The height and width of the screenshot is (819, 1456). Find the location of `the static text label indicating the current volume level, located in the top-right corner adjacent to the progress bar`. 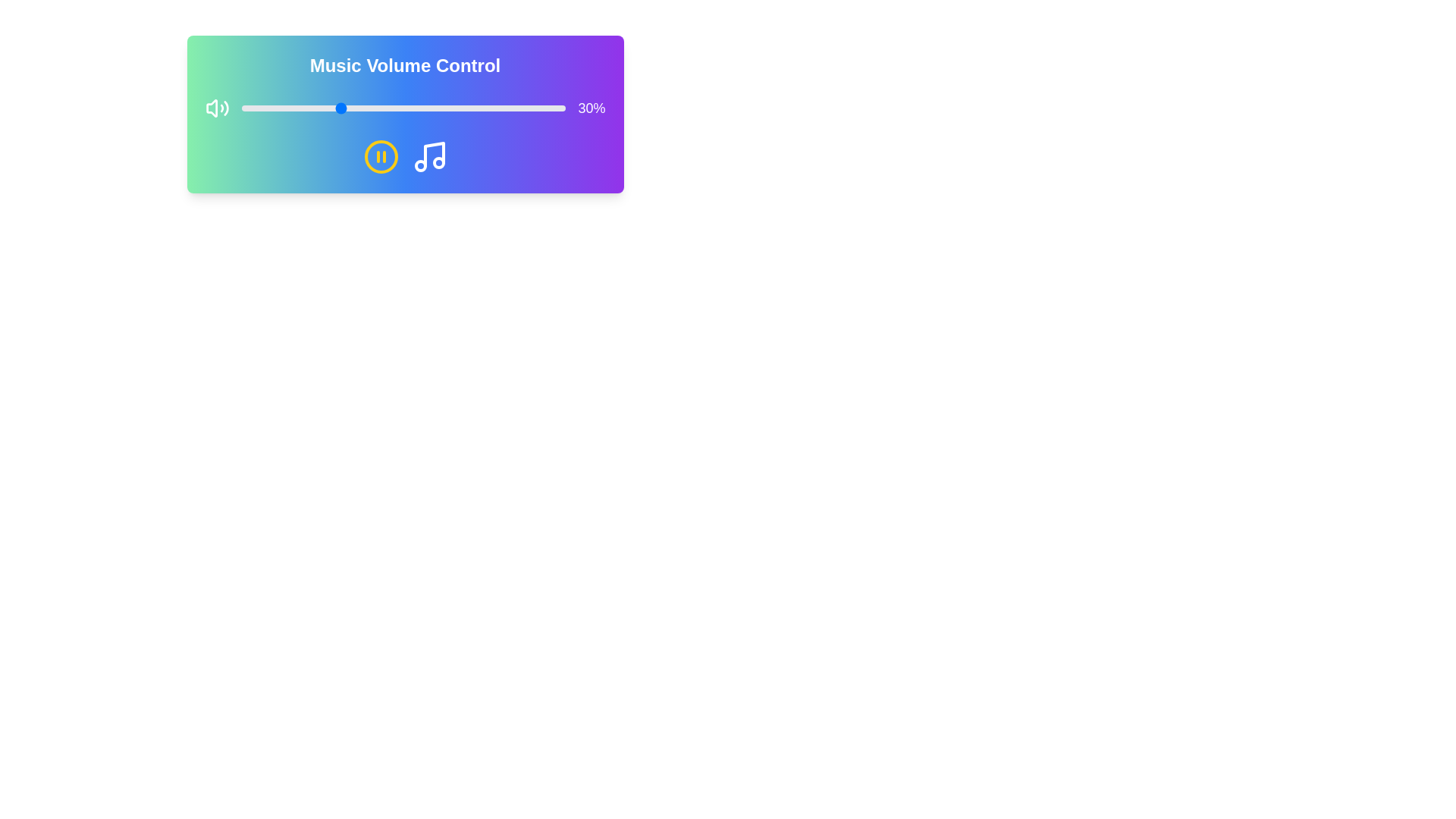

the static text label indicating the current volume level, located in the top-right corner adjacent to the progress bar is located at coordinates (591, 107).